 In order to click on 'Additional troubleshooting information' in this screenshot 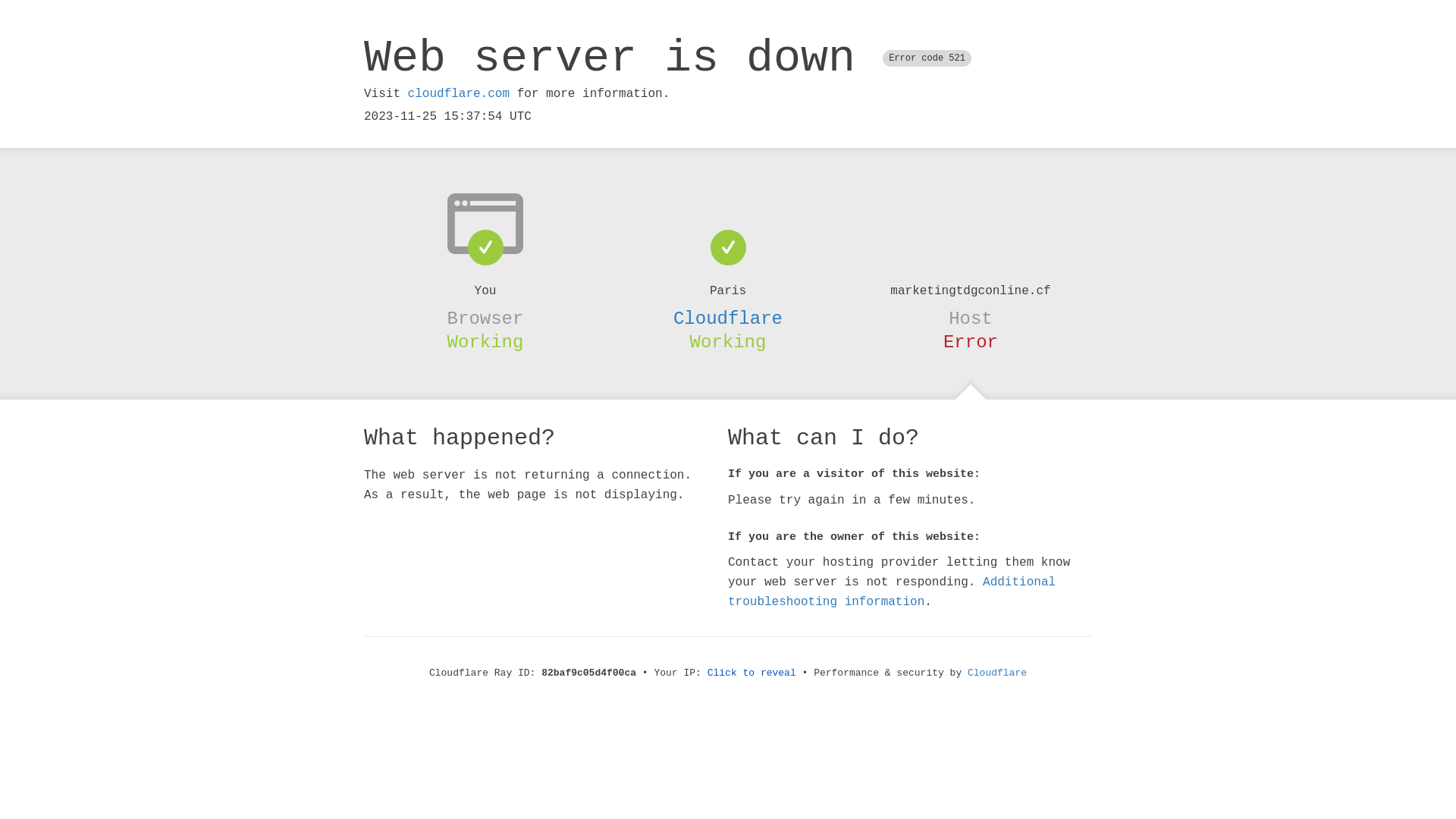, I will do `click(892, 591)`.